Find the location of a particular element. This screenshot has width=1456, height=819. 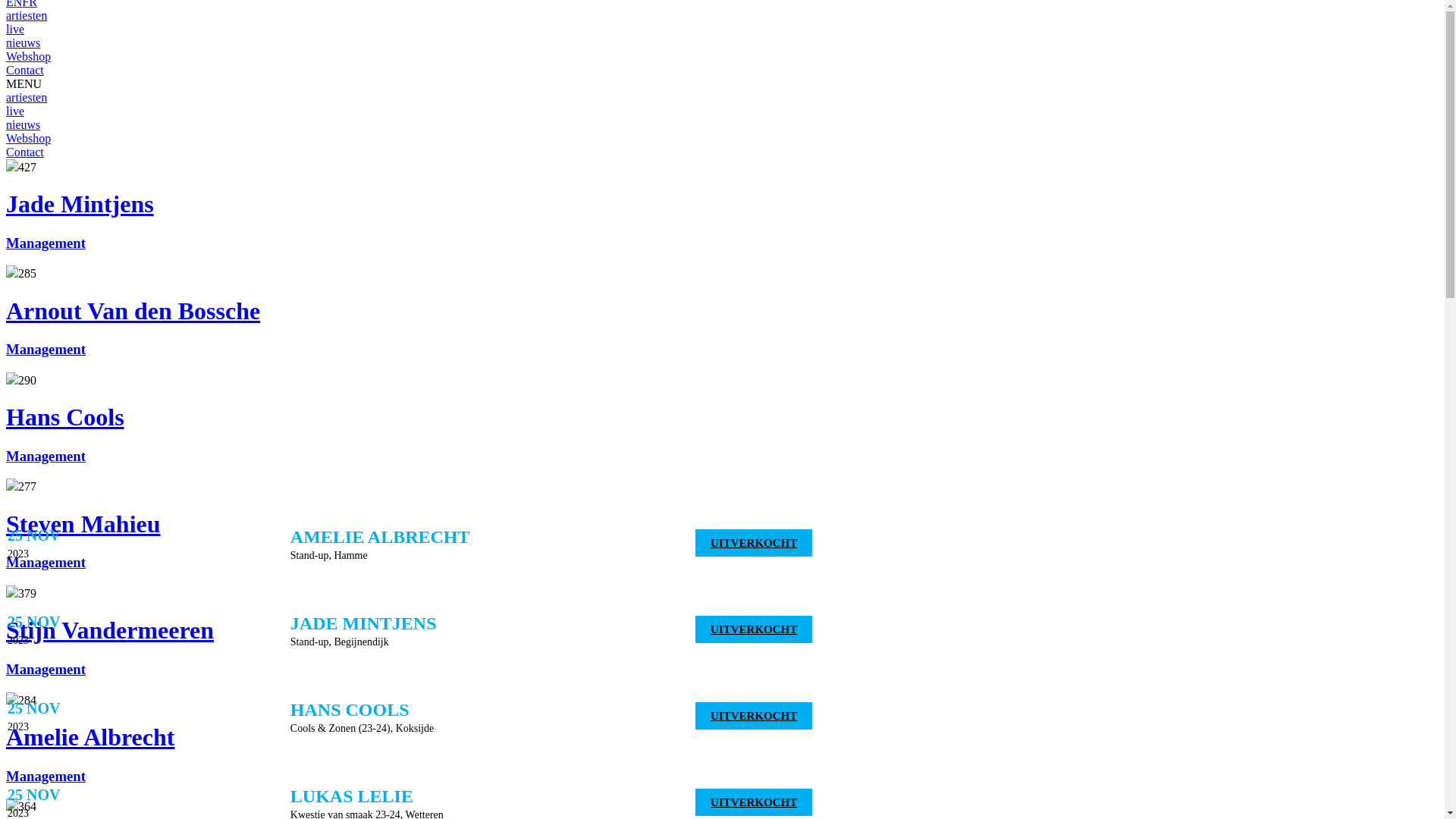

'artiesten' is located at coordinates (26, 97).